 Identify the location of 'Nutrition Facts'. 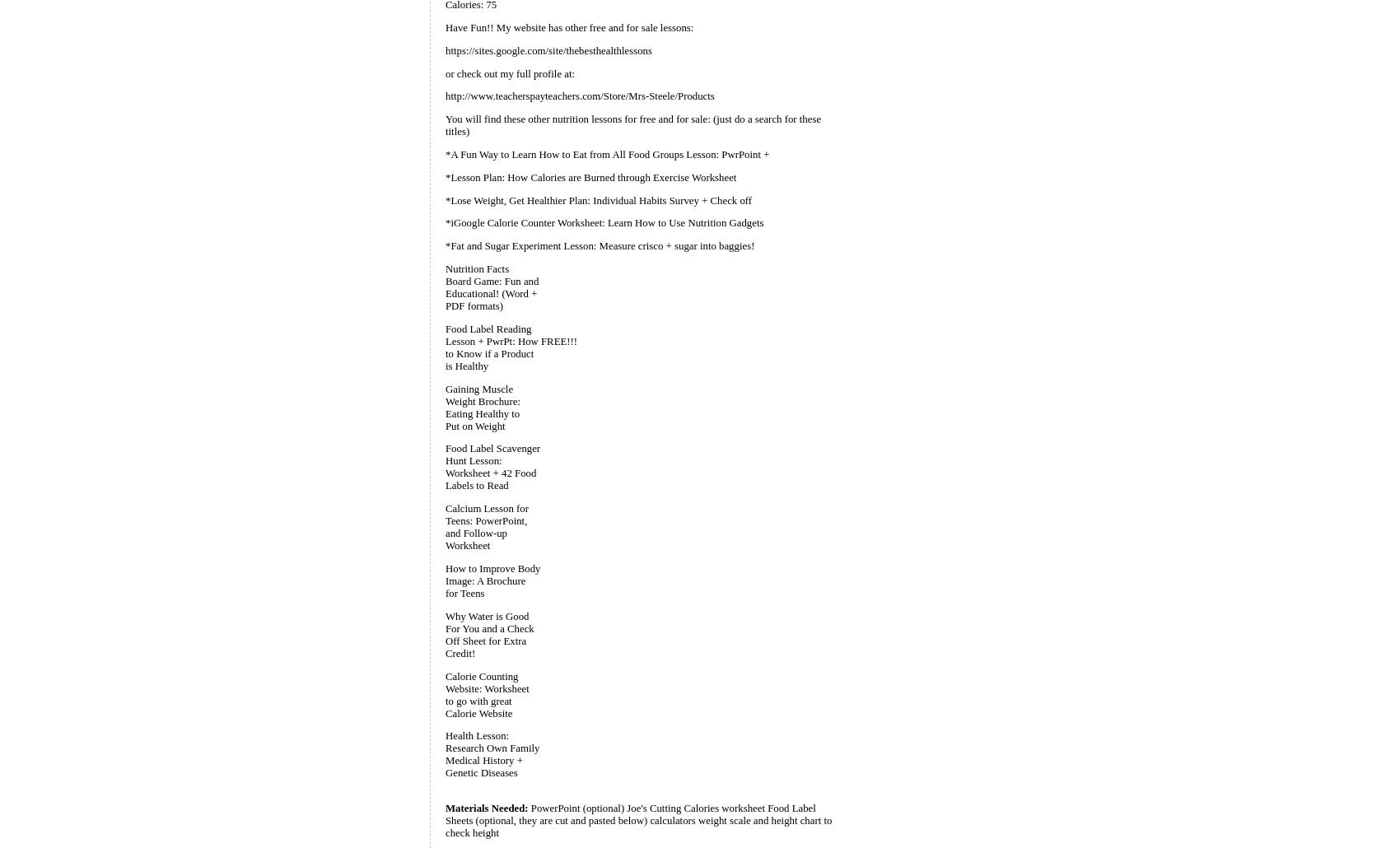
(476, 267).